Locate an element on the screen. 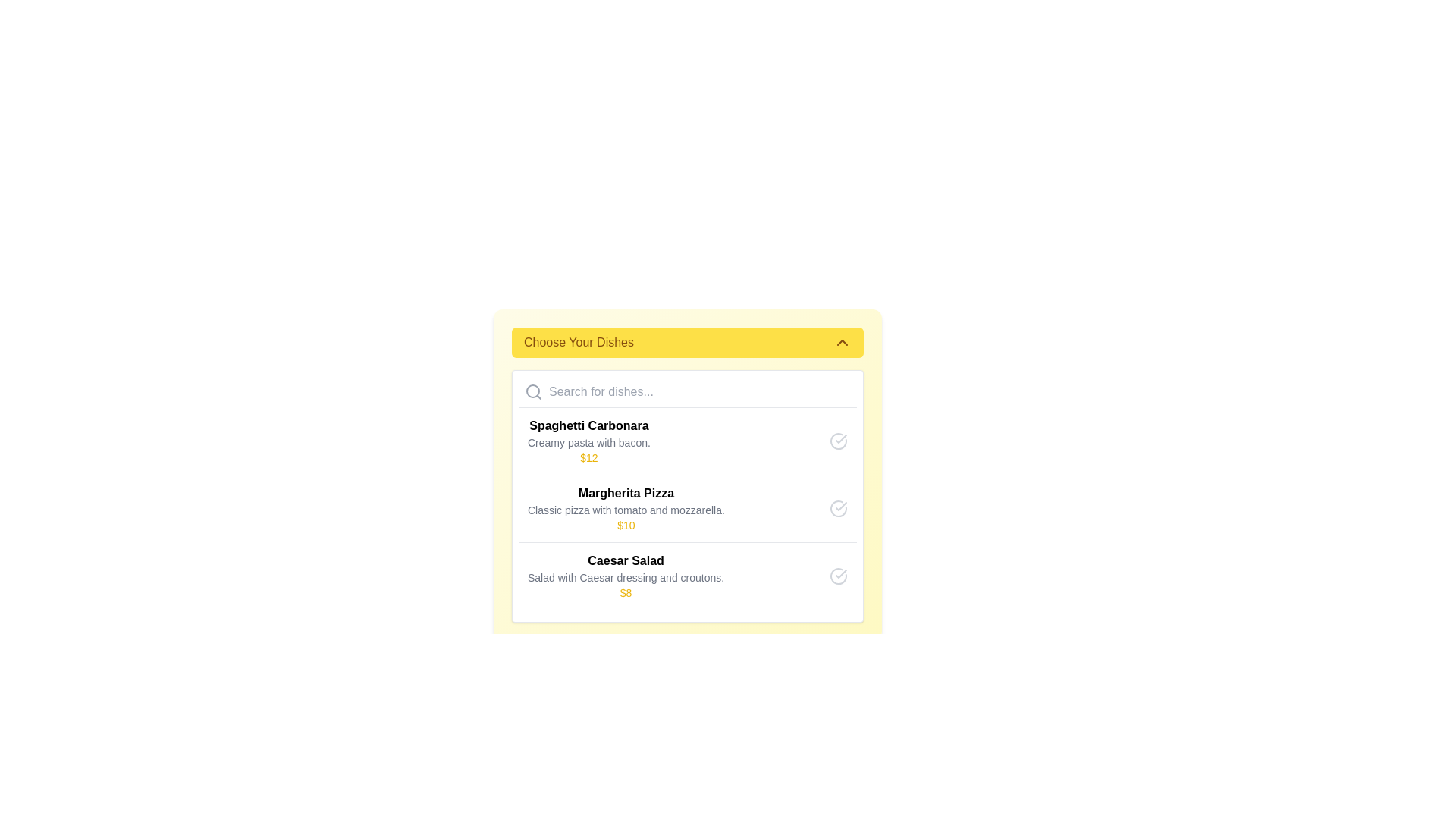  the interactive icon button with a checkmark located to the far right of the 'Spaghetti Carbonara' menu item, indicating the selection state of the item is located at coordinates (837, 441).